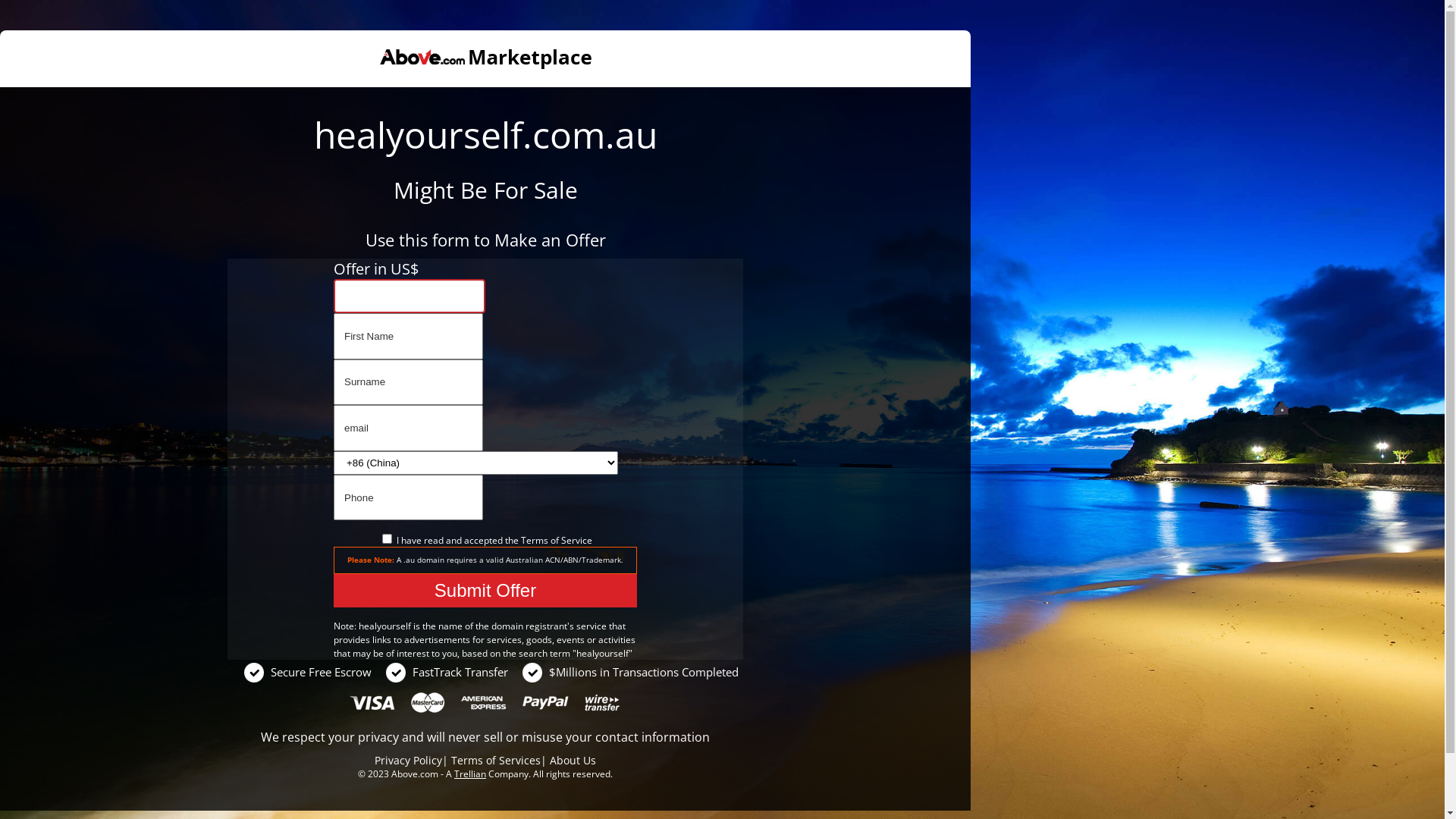  I want to click on 'Privacy Policy', so click(408, 760).